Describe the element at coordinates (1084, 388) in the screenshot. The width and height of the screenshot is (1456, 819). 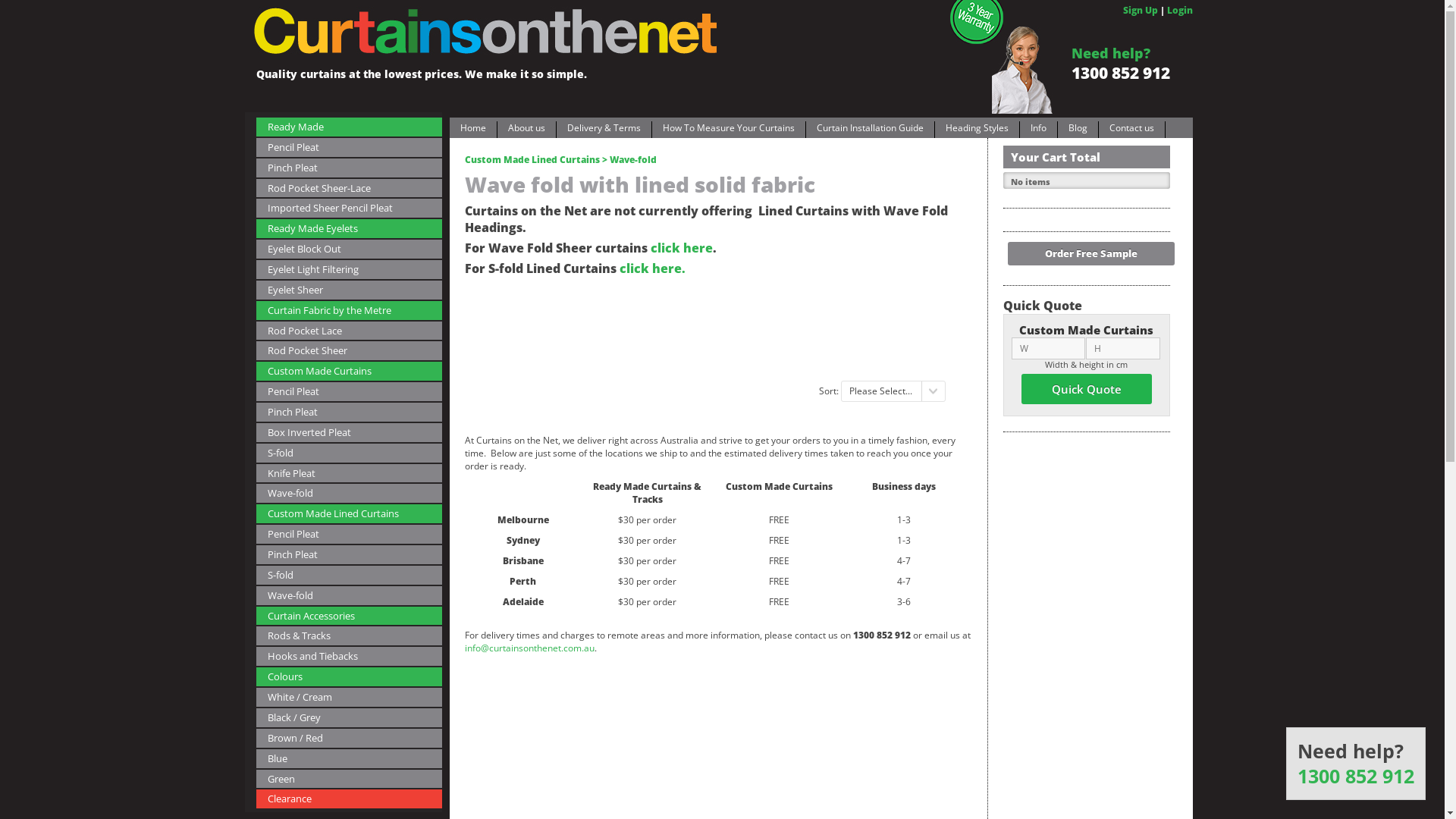
I see `'Quick Quote'` at that location.